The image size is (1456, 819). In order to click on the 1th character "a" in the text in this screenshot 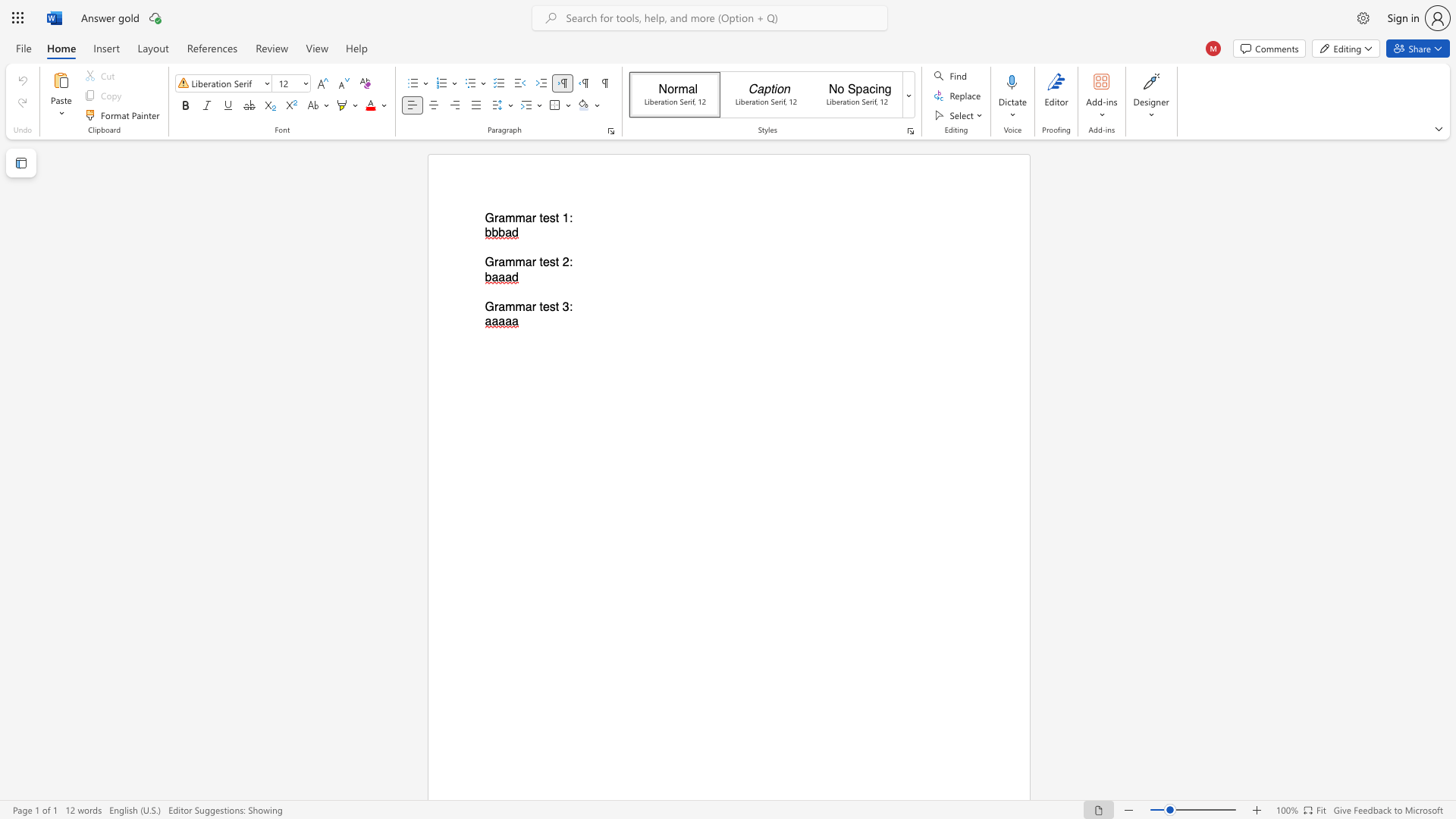, I will do `click(501, 218)`.